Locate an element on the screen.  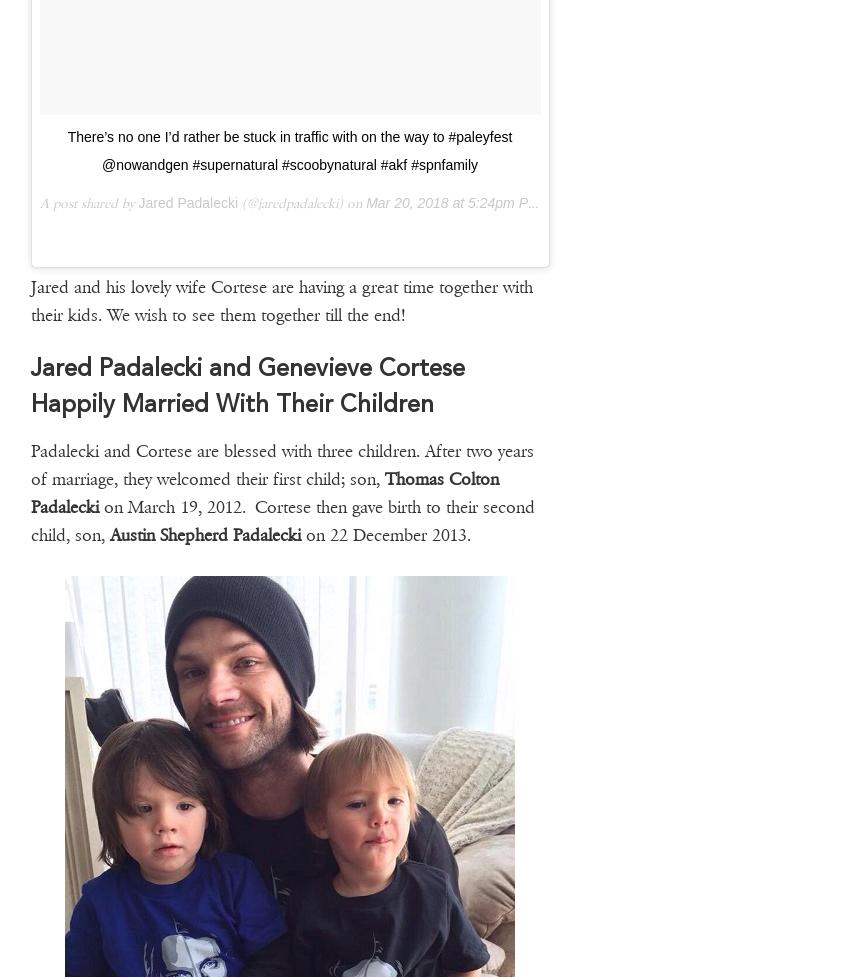
'Austin Shepherd Padalecki' is located at coordinates (203, 533).